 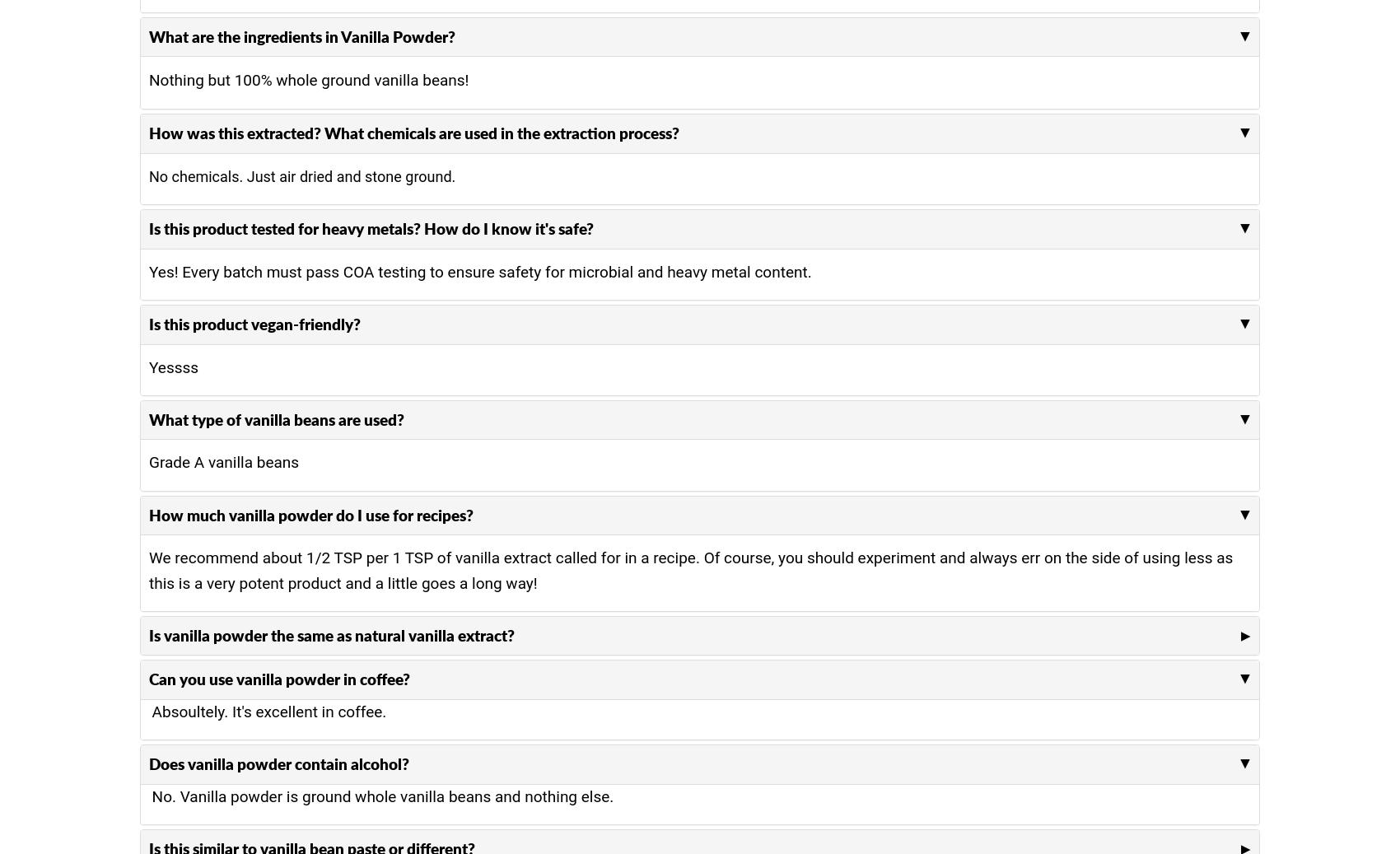 I want to click on 'Nothing but 100% whole ground vanilla beans!', so click(x=308, y=79).